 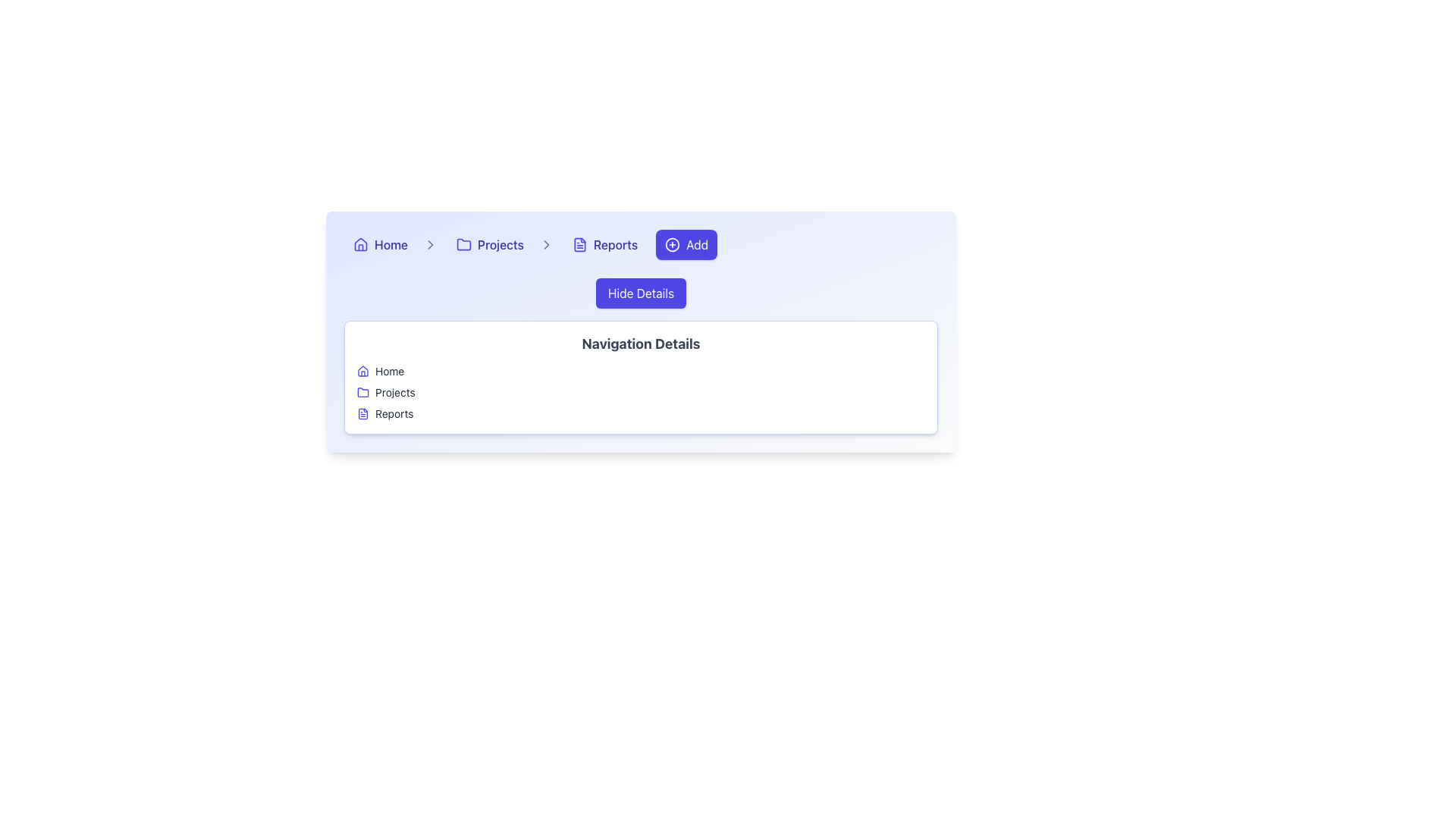 What do you see at coordinates (359, 244) in the screenshot?
I see `the 'Home' icon, which is a house icon located at the beginning of the breadcrumb navigation bar` at bounding box center [359, 244].